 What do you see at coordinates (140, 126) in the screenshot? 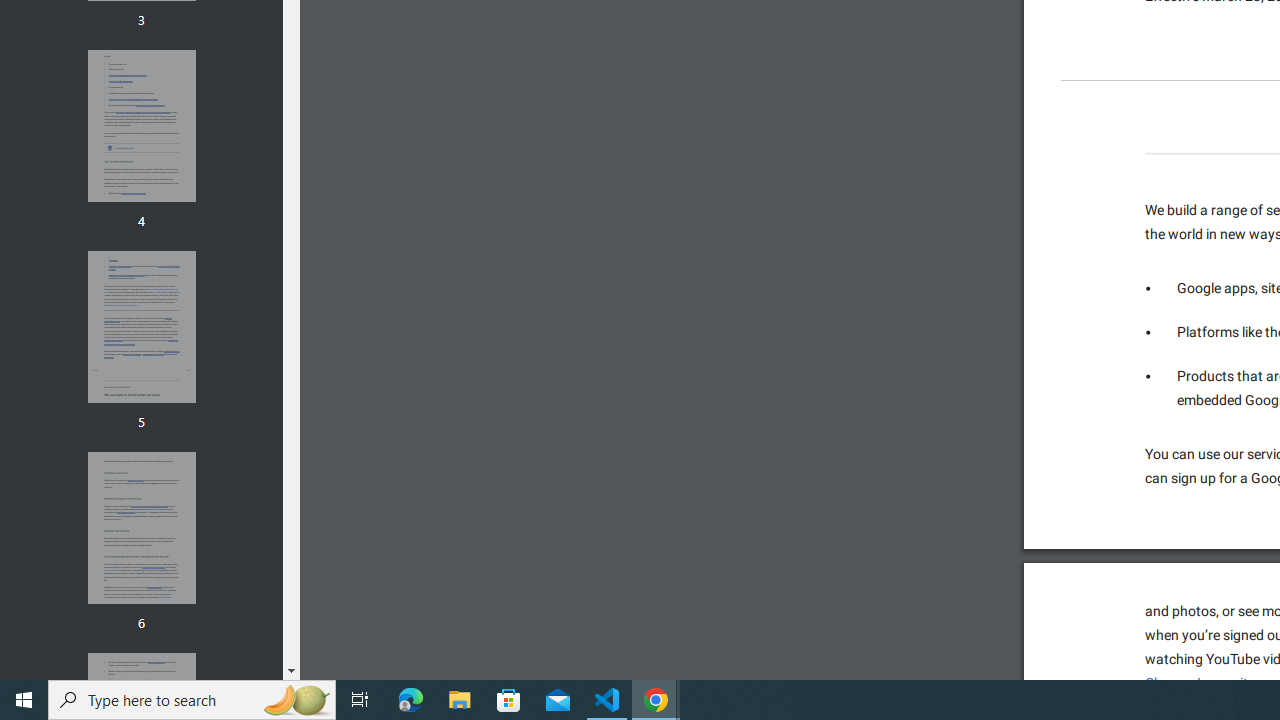
I see `'Thumbnail for page 4'` at bounding box center [140, 126].